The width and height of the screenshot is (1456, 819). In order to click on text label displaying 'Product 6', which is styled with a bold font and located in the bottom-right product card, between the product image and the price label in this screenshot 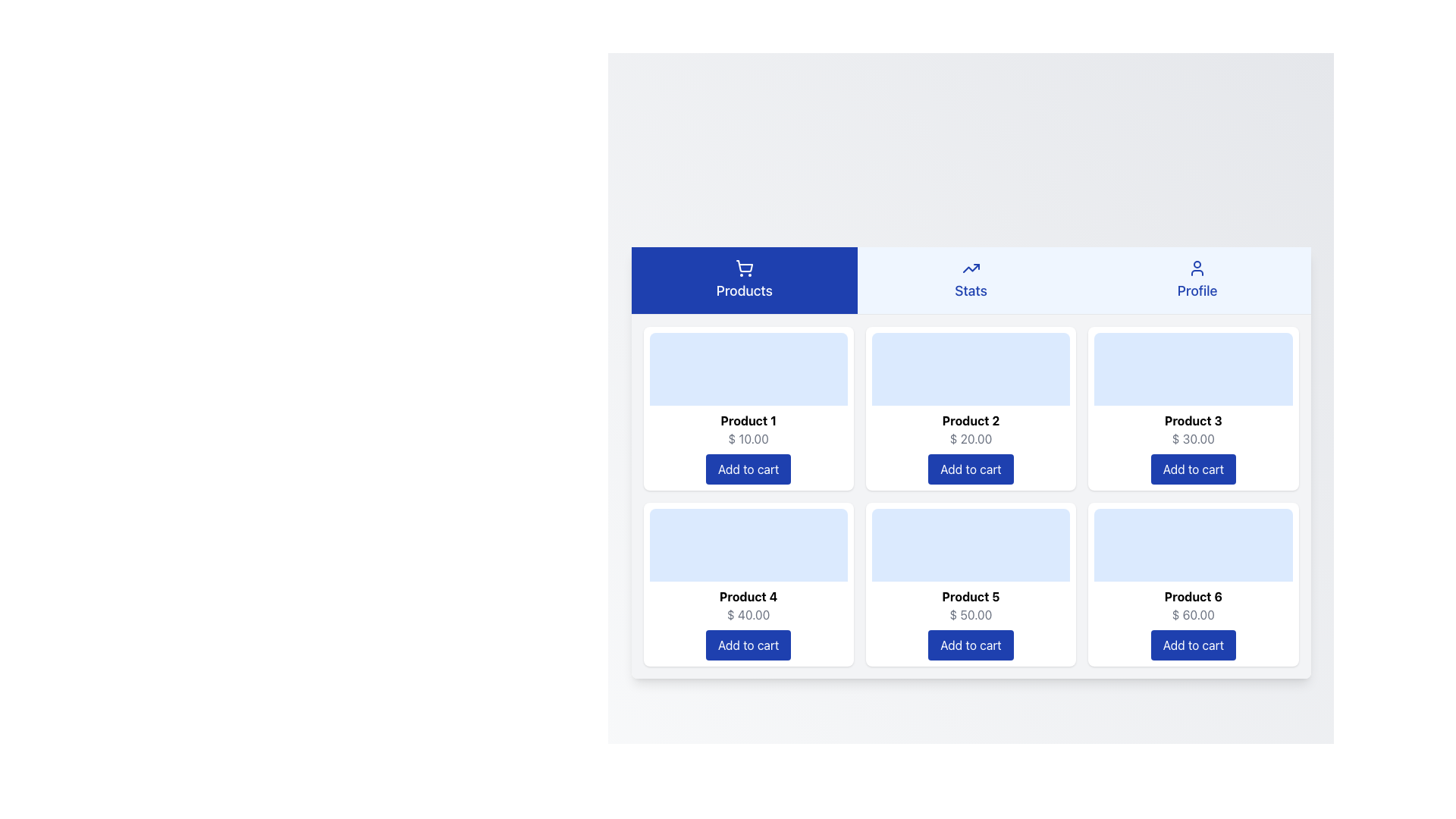, I will do `click(1192, 595)`.